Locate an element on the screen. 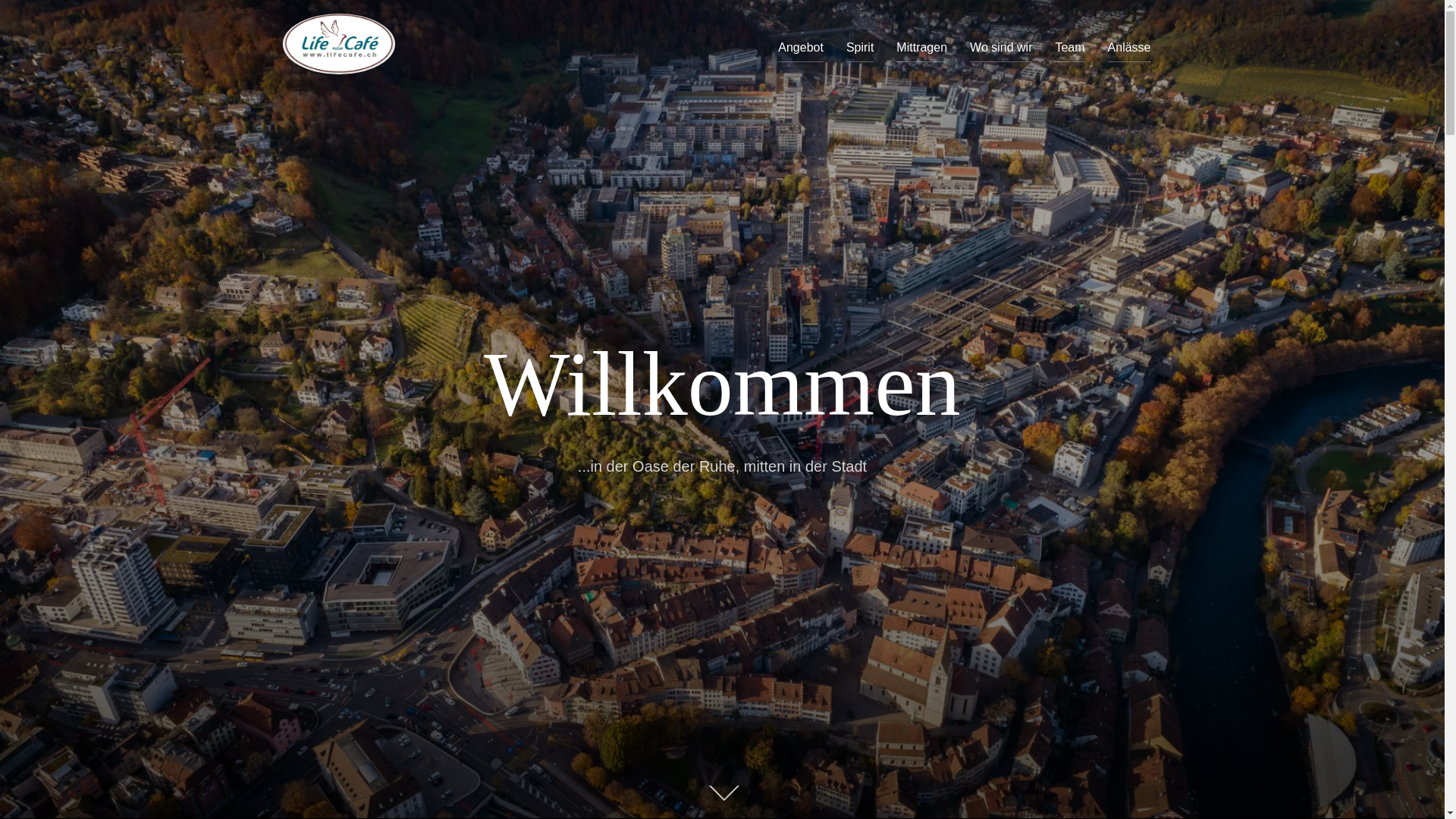  'Team' is located at coordinates (1068, 46).